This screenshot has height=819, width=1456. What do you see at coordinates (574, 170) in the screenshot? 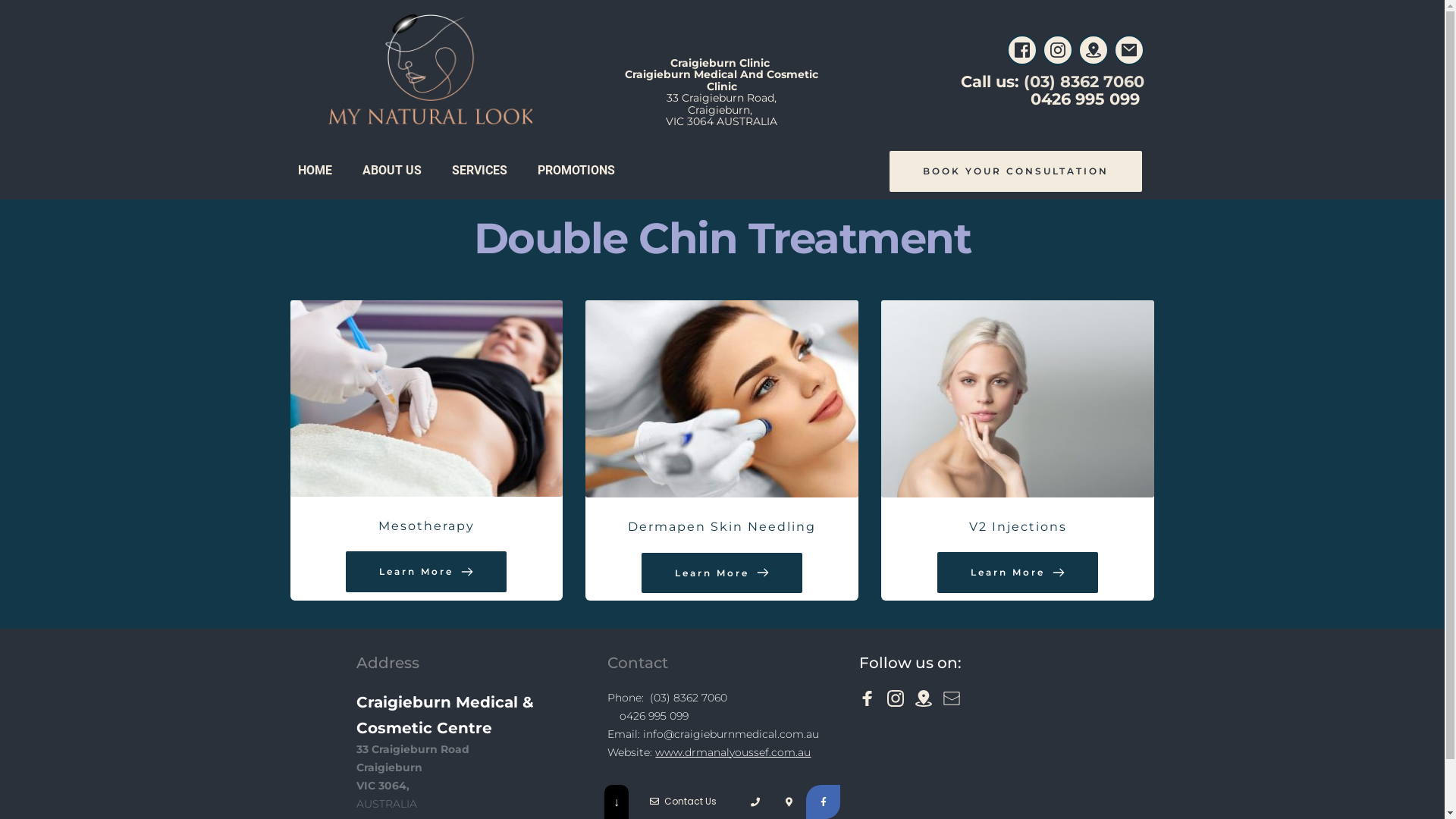
I see `'PROMOTIONS'` at bounding box center [574, 170].